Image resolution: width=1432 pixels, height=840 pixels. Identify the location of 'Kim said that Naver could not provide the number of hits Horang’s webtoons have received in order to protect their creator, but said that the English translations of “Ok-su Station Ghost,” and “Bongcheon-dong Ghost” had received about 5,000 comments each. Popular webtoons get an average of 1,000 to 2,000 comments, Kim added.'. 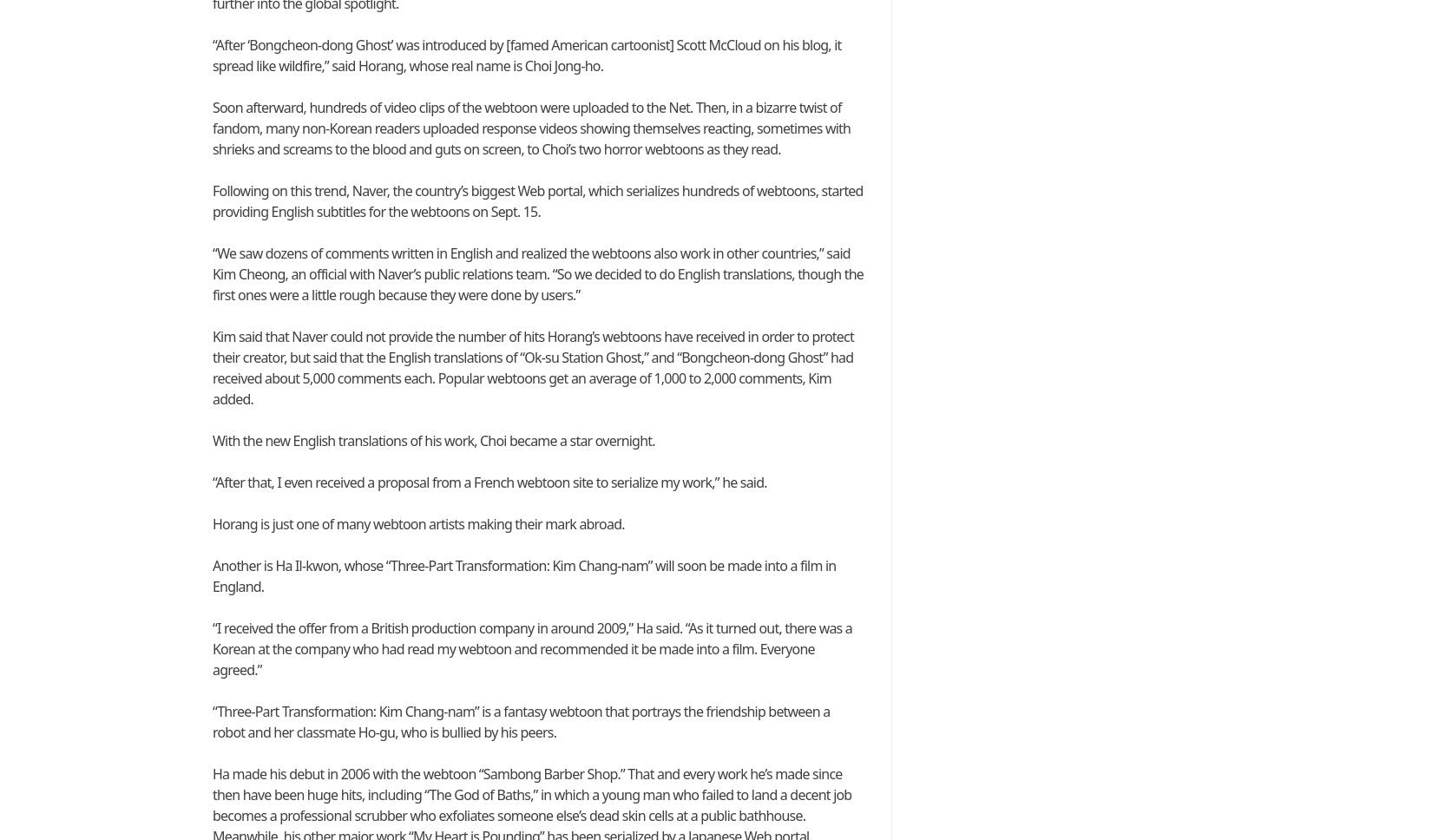
(531, 367).